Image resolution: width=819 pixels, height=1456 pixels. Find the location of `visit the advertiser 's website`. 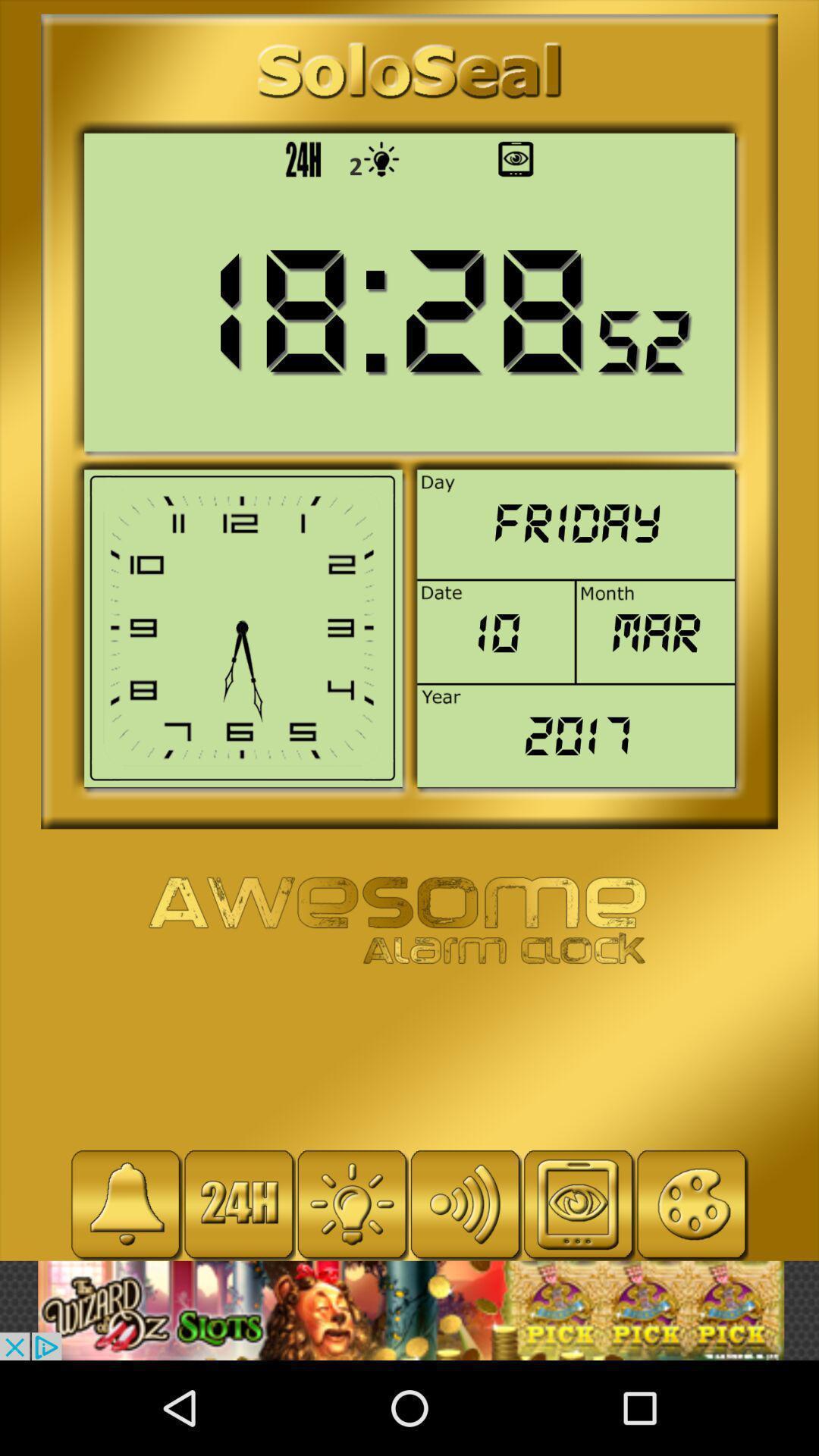

visit the advertiser 's website is located at coordinates (409, 1310).